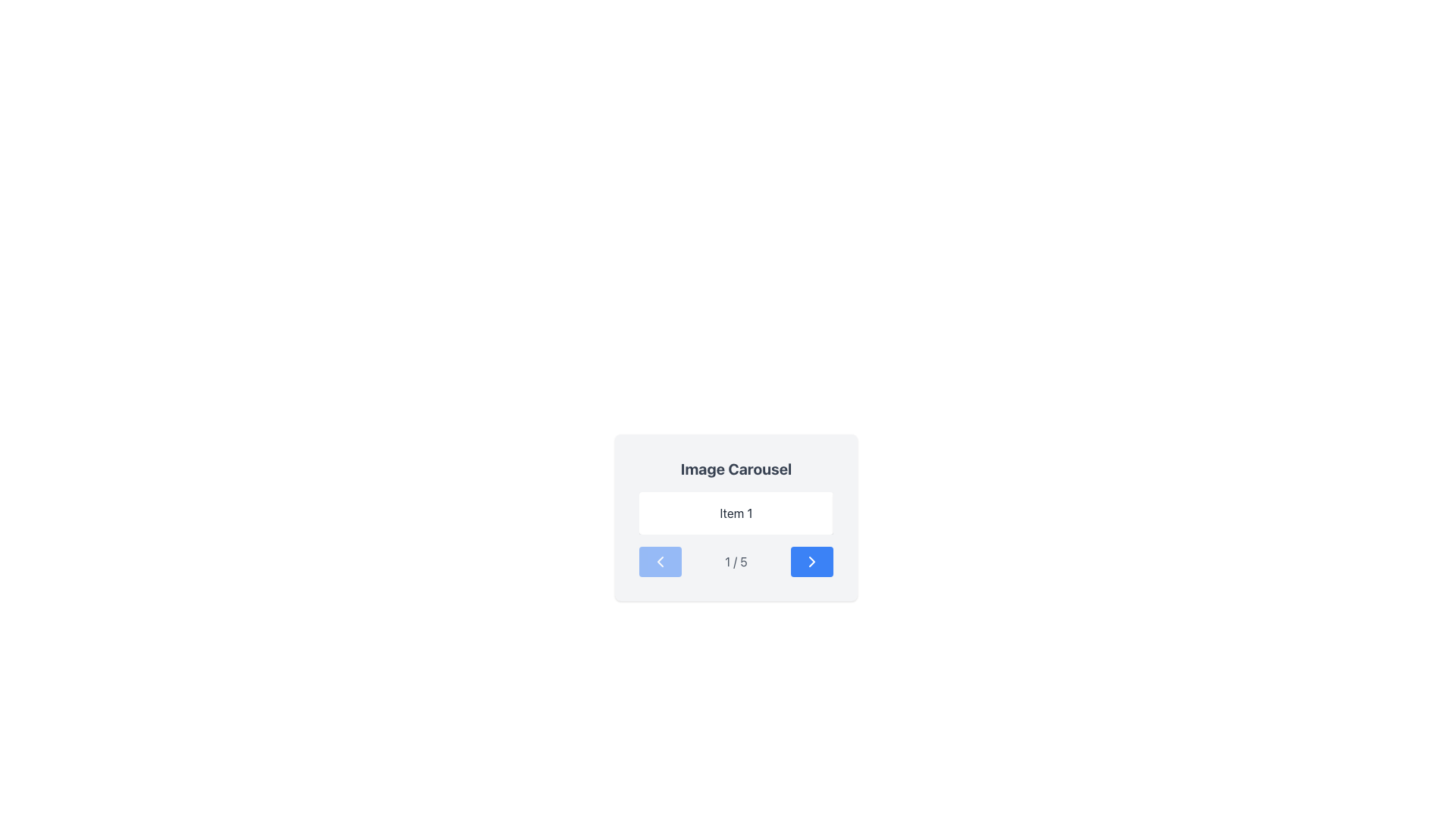  I want to click on to interact with the Carousel Item List, which features rounded corners and a white background, positioned centrally beneath the 'Image Carousel' title, so click(736, 513).